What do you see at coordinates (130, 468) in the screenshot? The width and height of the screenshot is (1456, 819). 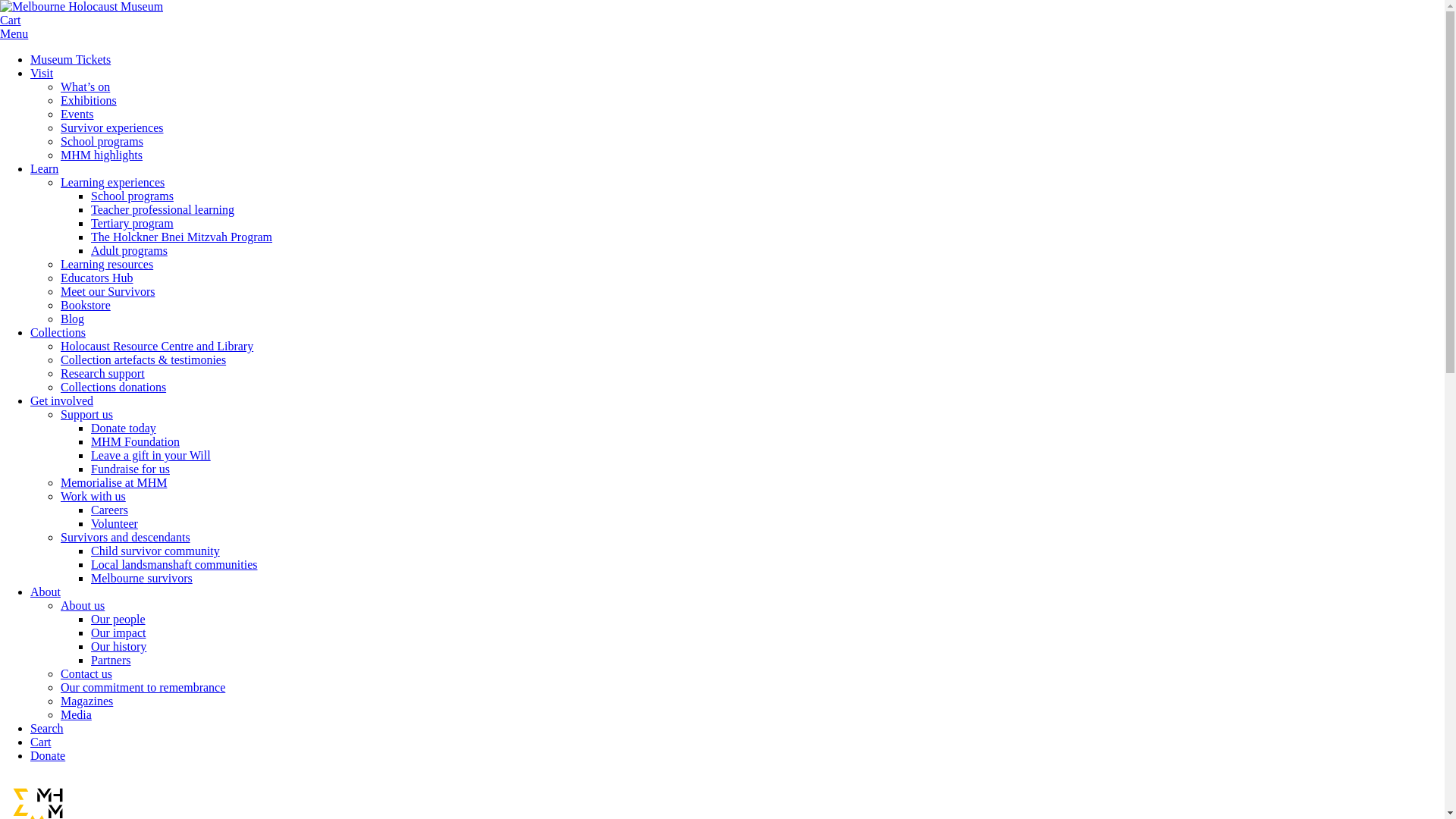 I see `'Fundraise for us'` at bounding box center [130, 468].